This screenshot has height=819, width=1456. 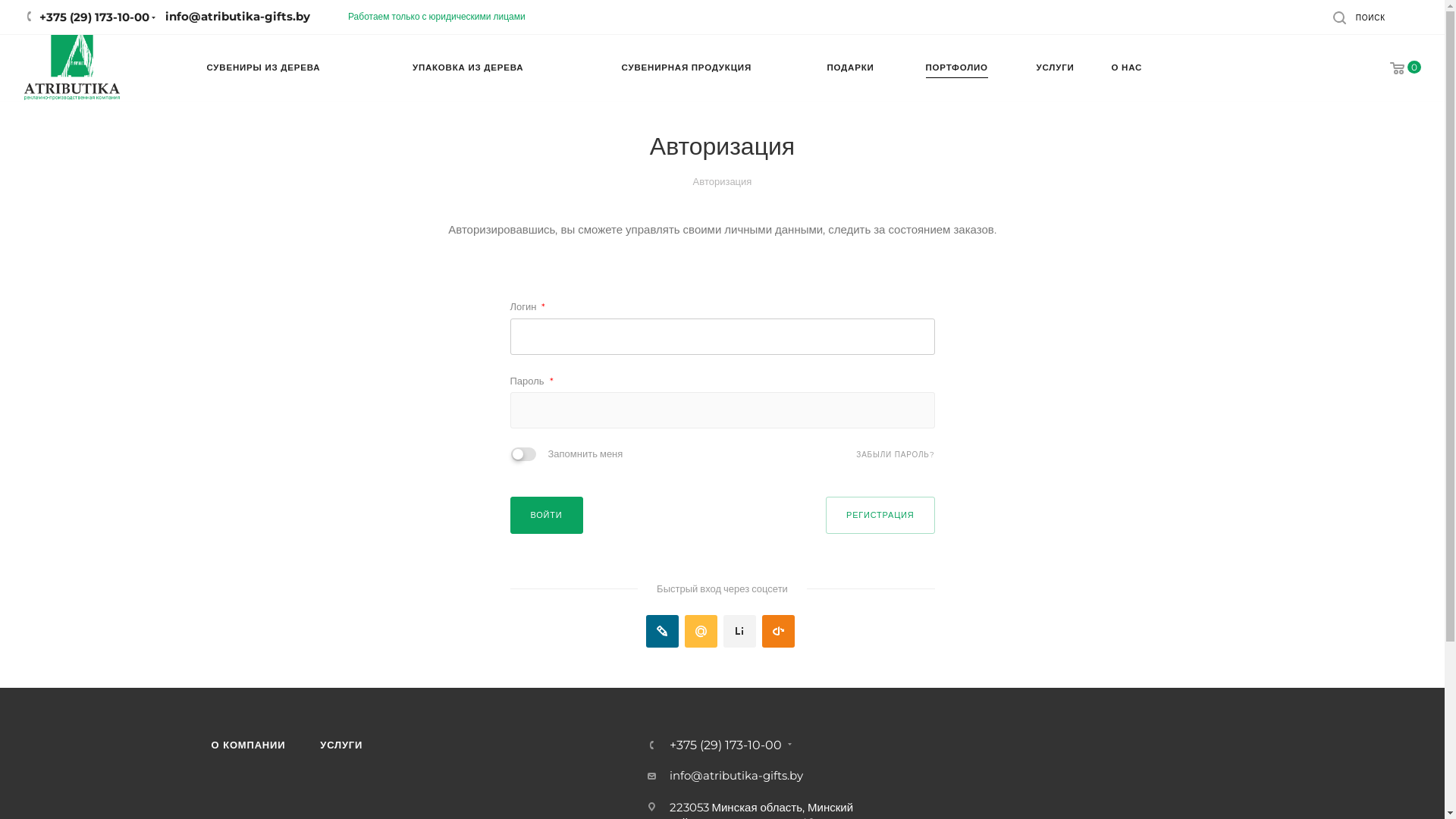 What do you see at coordinates (645, 631) in the screenshot?
I see `'Livejournal'` at bounding box center [645, 631].